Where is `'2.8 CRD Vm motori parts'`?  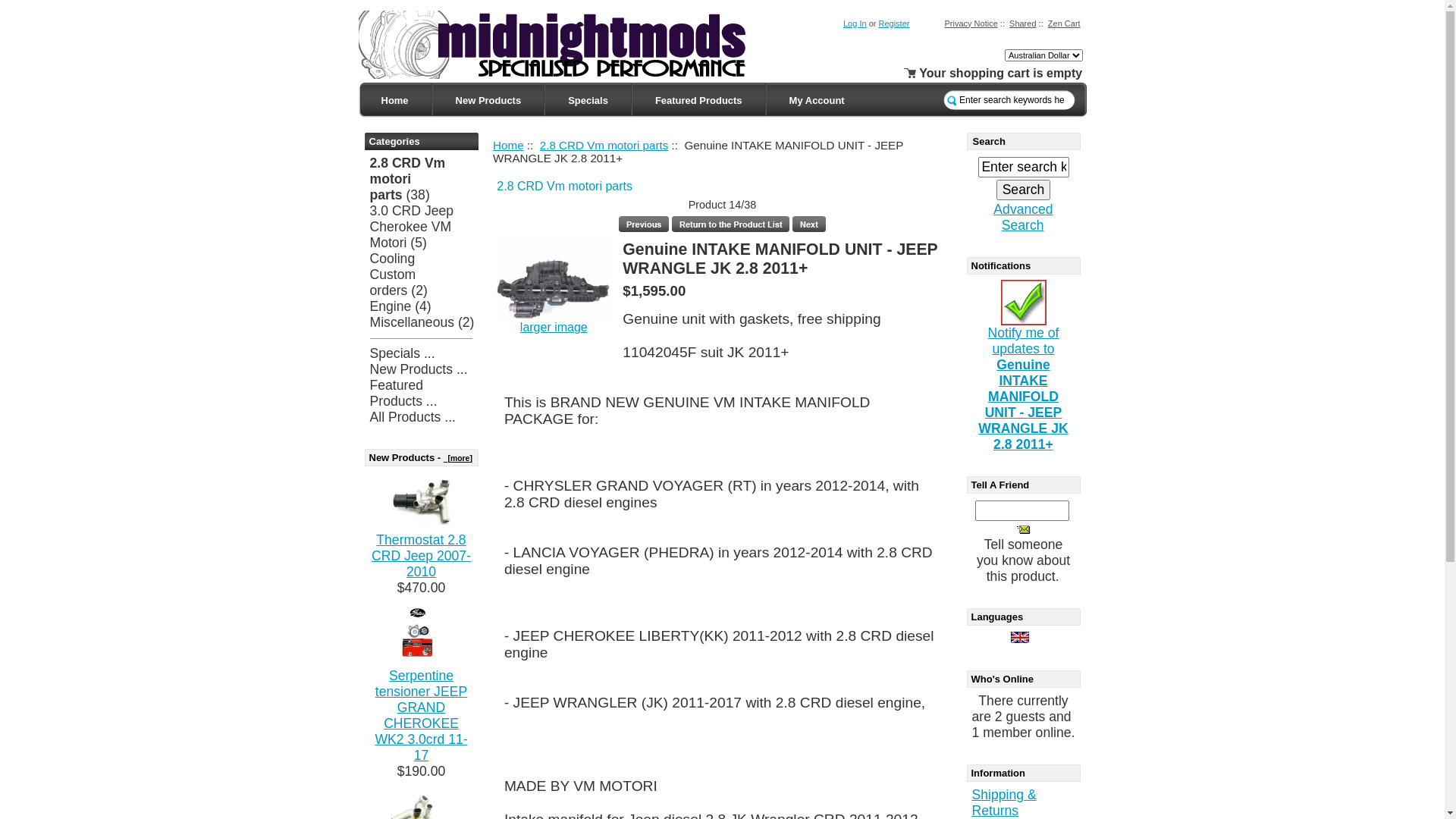 '2.8 CRD Vm motori parts' is located at coordinates (407, 177).